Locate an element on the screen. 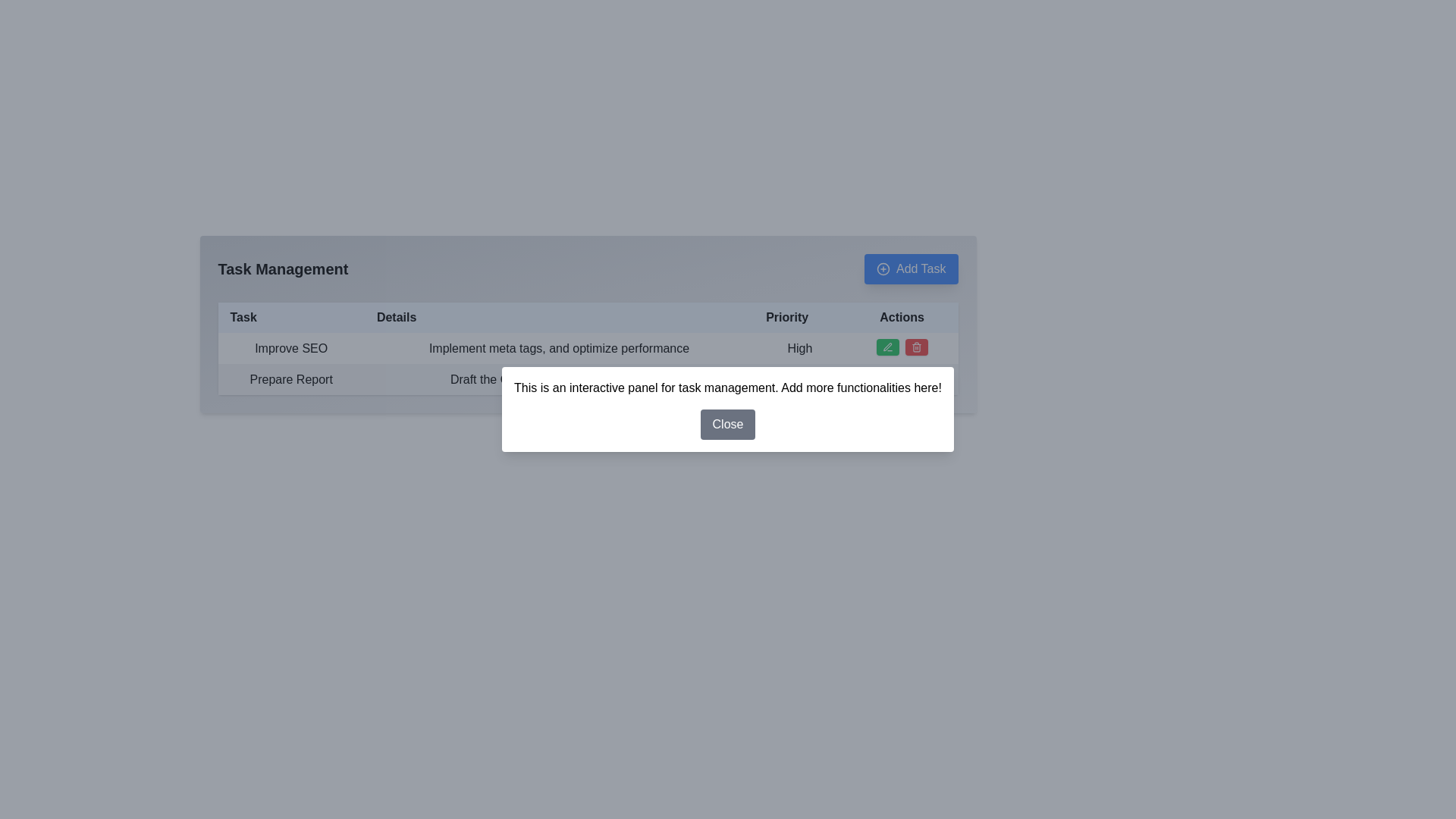  the 'Actions' column header text label in the table, which is the fourth column header located to the right of the 'Priority' column header is located at coordinates (902, 317).